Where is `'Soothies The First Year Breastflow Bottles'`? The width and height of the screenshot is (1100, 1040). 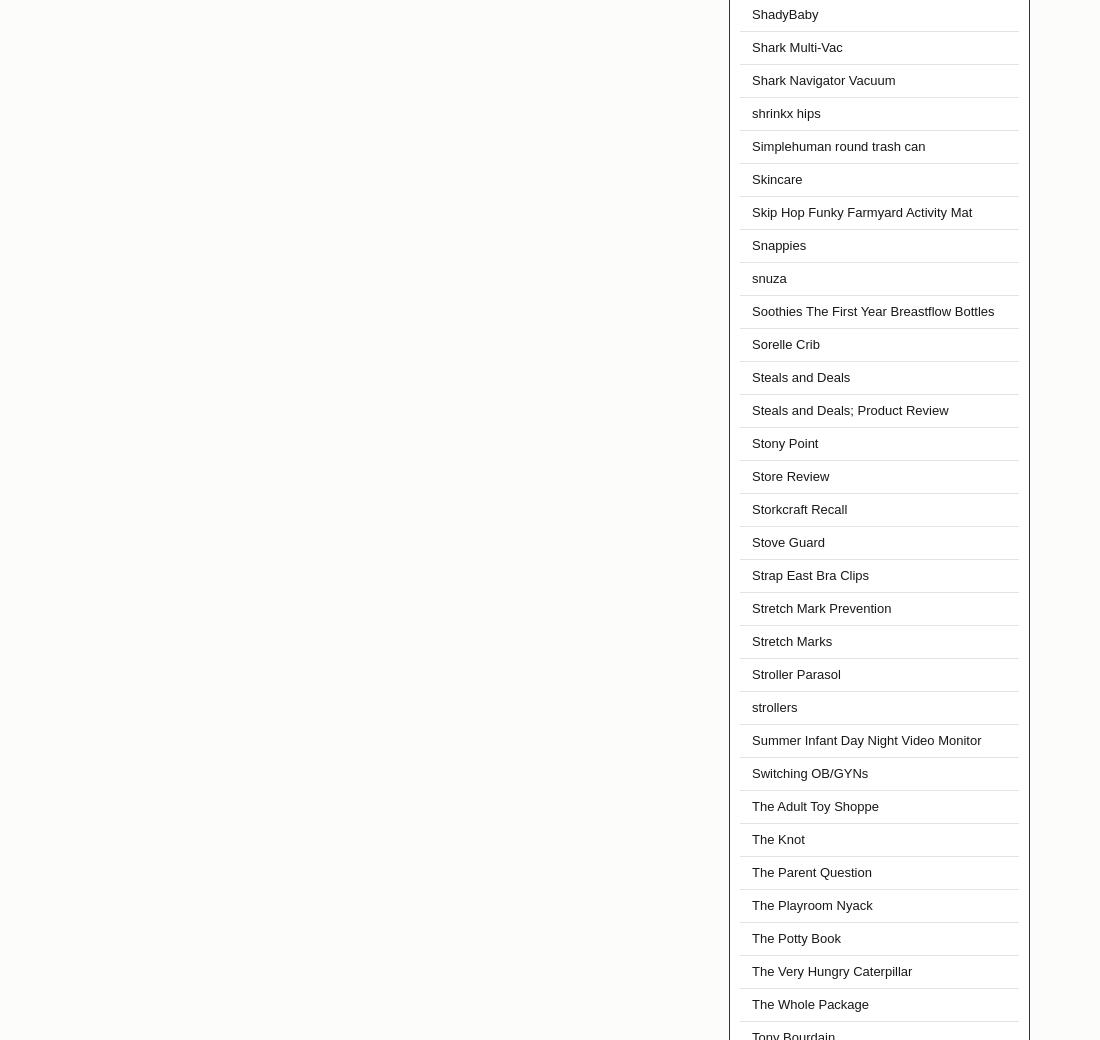 'Soothies The First Year Breastflow Bottles' is located at coordinates (871, 310).